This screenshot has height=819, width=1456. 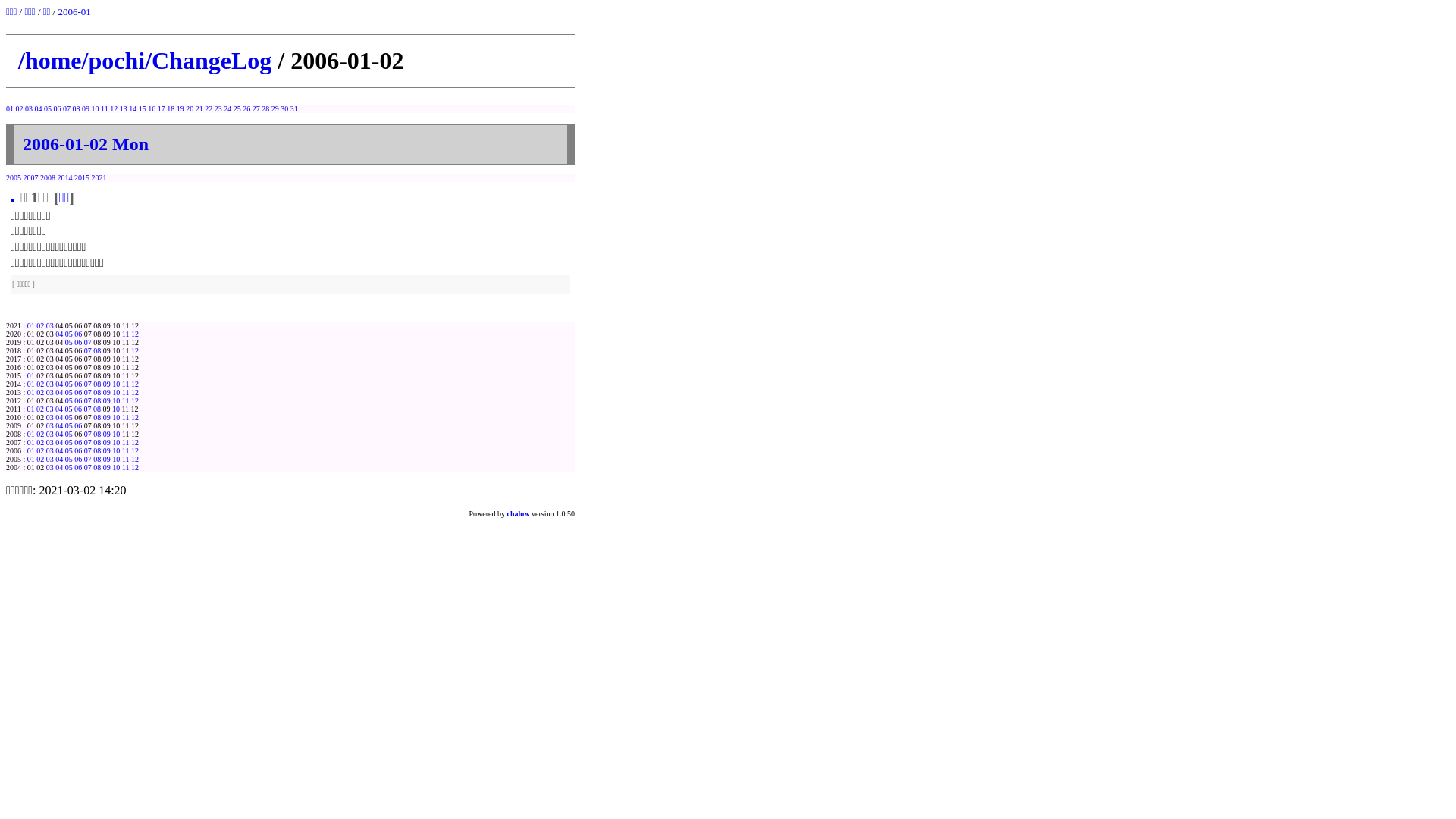 What do you see at coordinates (68, 458) in the screenshot?
I see `'05'` at bounding box center [68, 458].